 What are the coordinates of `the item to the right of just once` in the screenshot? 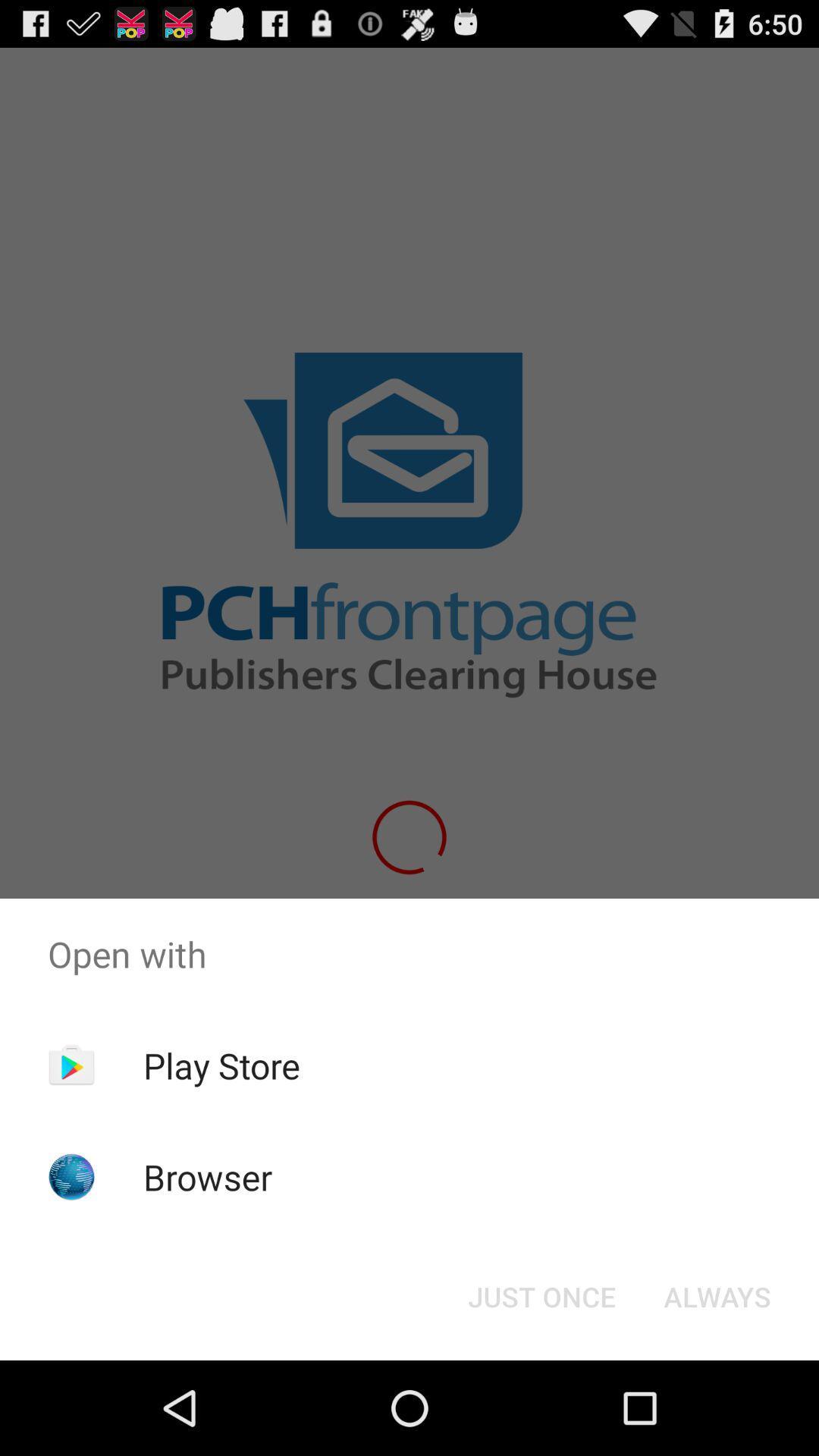 It's located at (717, 1295).